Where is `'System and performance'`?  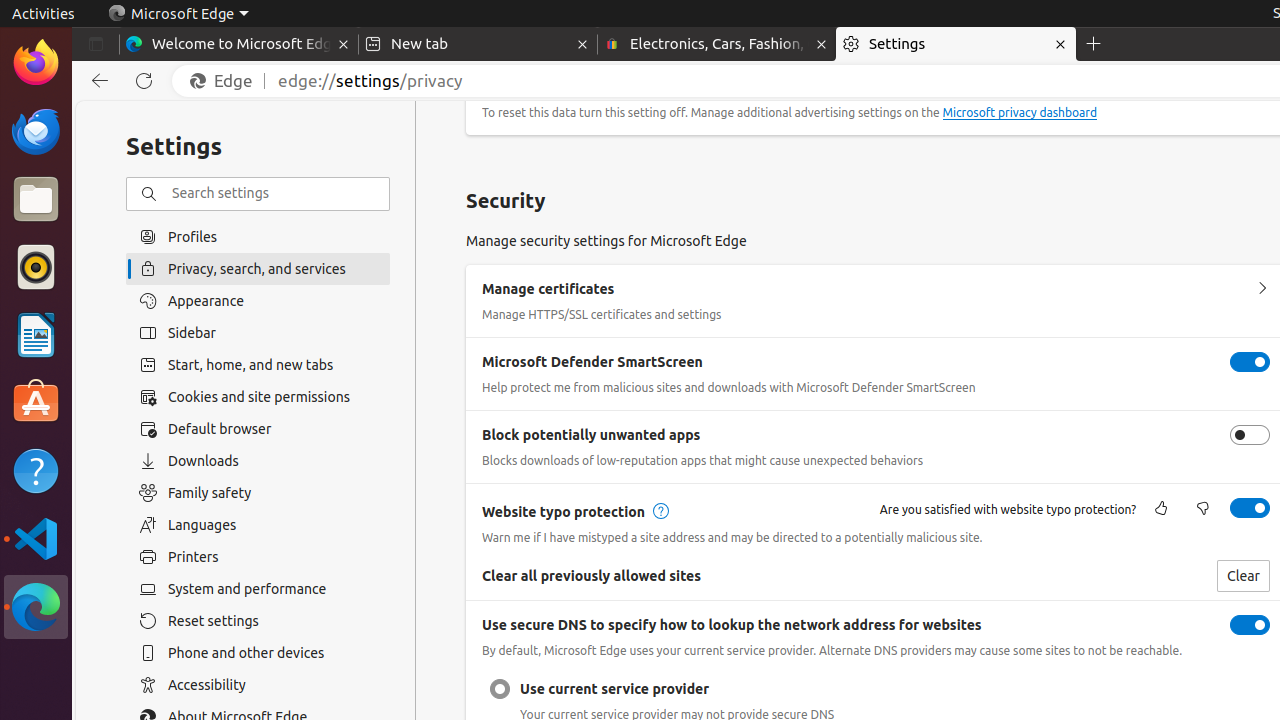 'System and performance' is located at coordinates (257, 588).